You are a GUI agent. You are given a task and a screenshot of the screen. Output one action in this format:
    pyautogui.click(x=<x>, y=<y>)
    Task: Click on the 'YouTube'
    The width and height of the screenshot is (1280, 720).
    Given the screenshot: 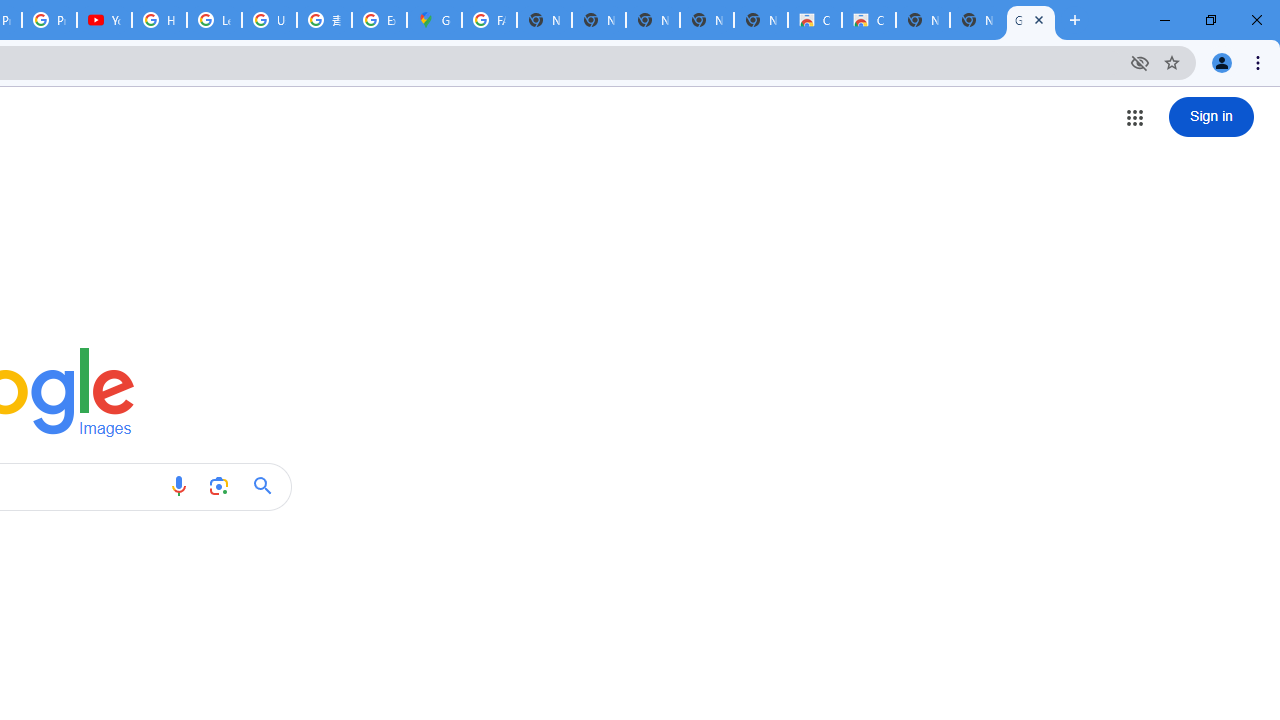 What is the action you would take?
    pyautogui.click(x=103, y=20)
    